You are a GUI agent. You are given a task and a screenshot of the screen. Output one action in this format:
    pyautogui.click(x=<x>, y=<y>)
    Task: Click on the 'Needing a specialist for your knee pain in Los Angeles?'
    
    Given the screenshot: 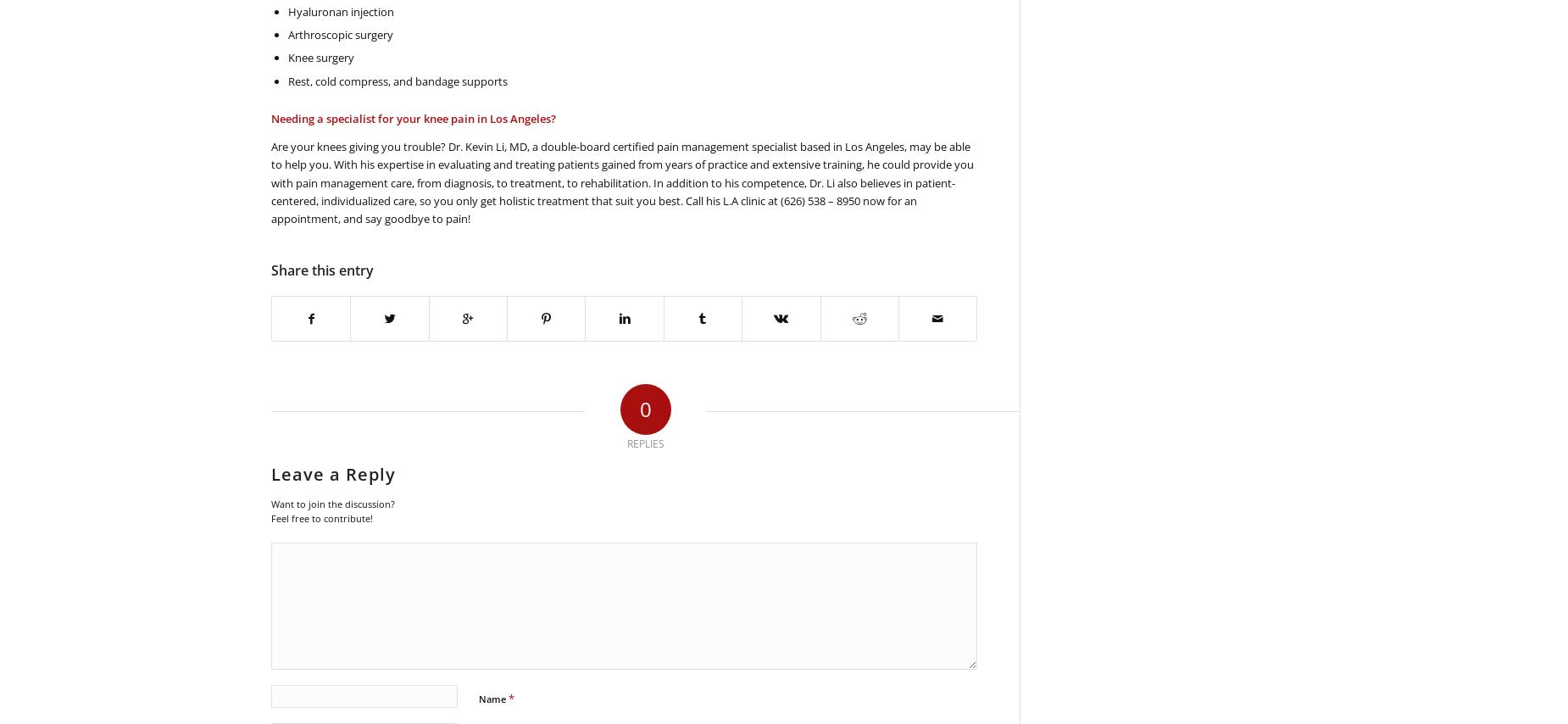 What is the action you would take?
    pyautogui.click(x=414, y=117)
    